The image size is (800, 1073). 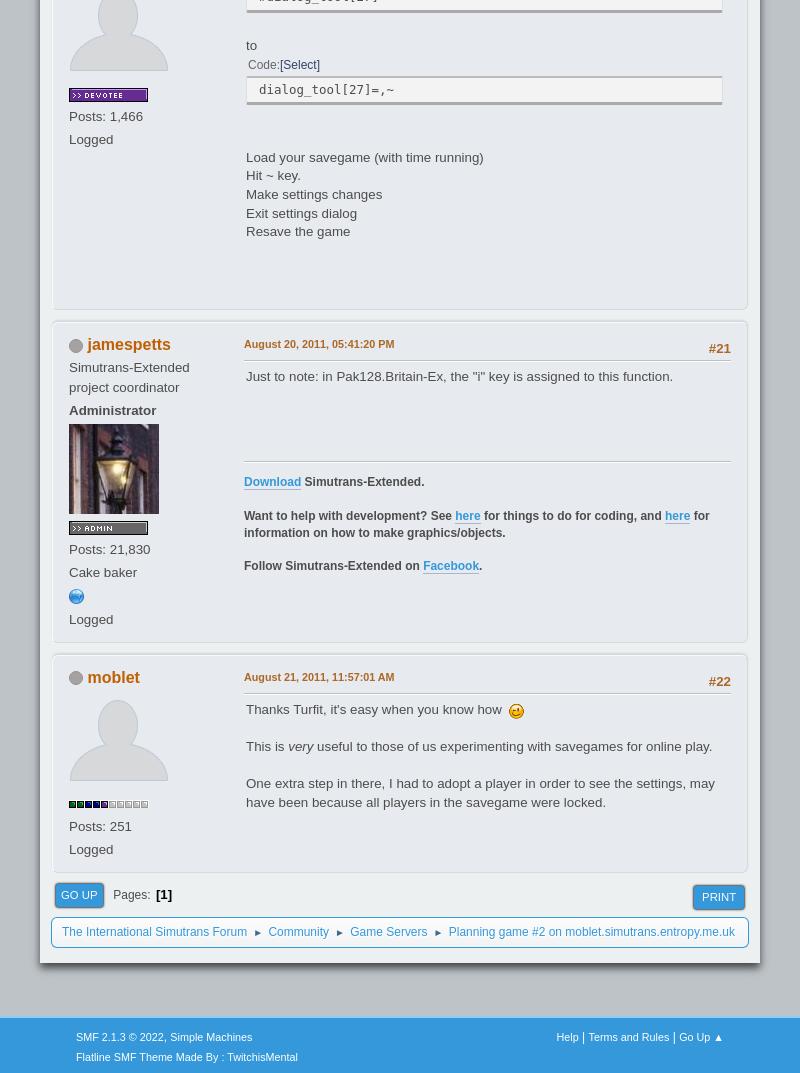 I want to click on ',', so click(x=166, y=1035).